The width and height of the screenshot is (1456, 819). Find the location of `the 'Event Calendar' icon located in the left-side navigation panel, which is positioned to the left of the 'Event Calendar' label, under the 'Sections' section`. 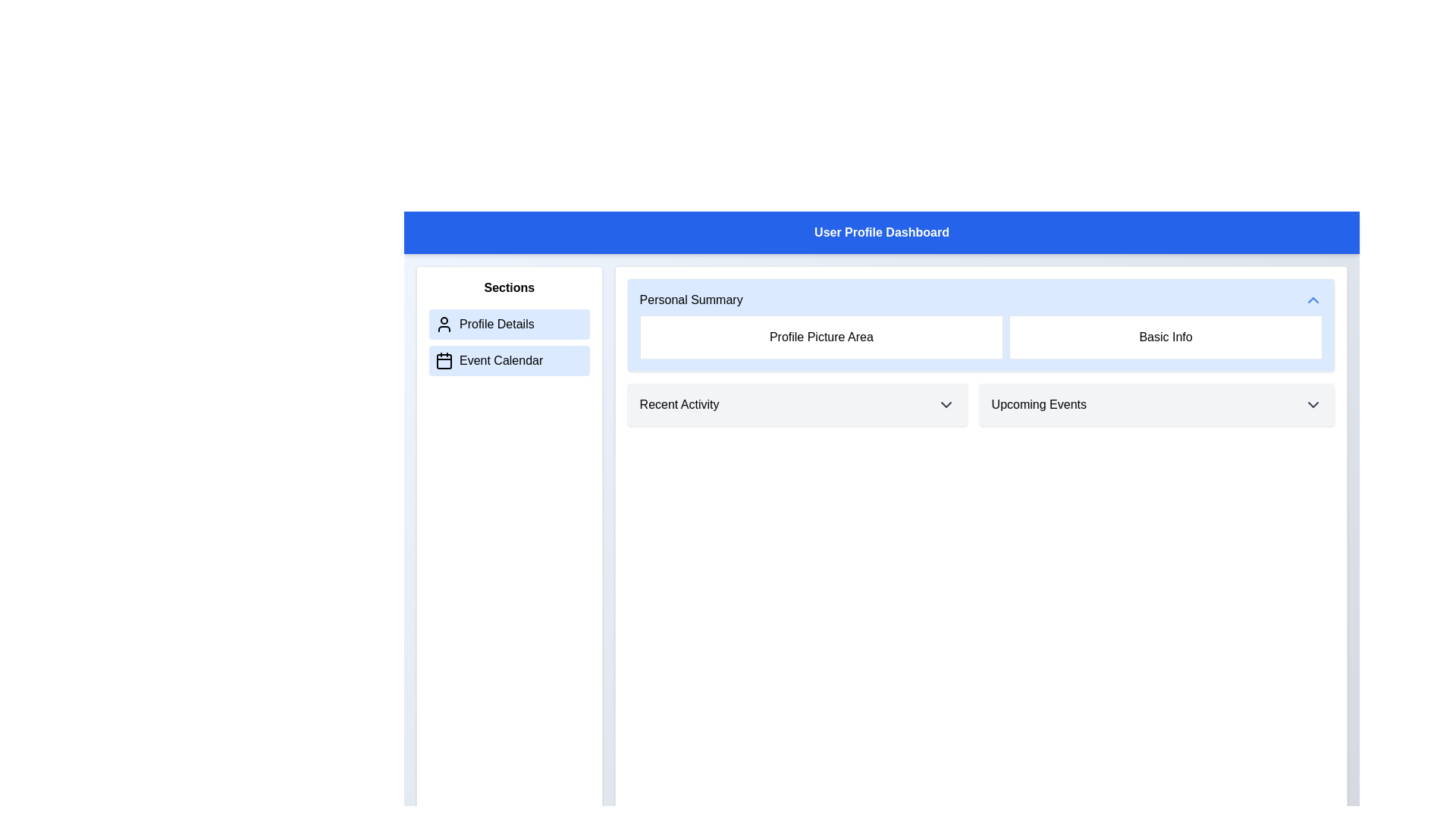

the 'Event Calendar' icon located in the left-side navigation panel, which is positioned to the left of the 'Event Calendar' label, under the 'Sections' section is located at coordinates (443, 360).